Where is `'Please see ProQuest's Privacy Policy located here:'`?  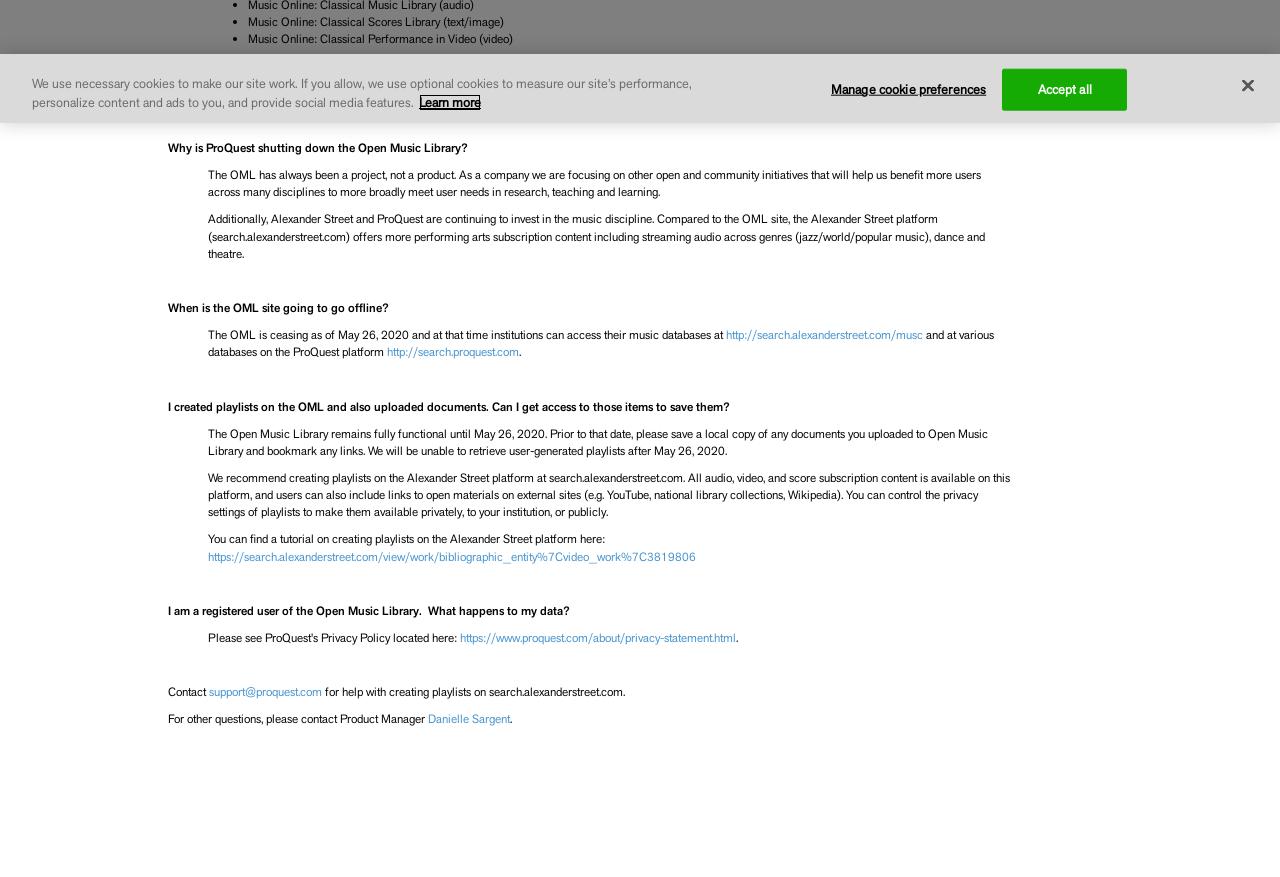
'Please see ProQuest's Privacy Policy located here:' is located at coordinates (333, 636).